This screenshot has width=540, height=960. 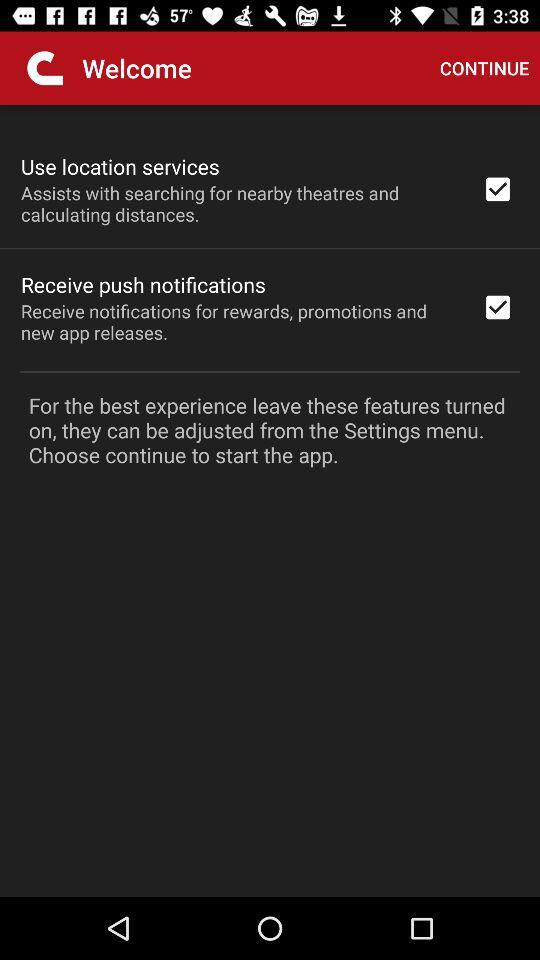 What do you see at coordinates (238, 203) in the screenshot?
I see `assists with searching item` at bounding box center [238, 203].